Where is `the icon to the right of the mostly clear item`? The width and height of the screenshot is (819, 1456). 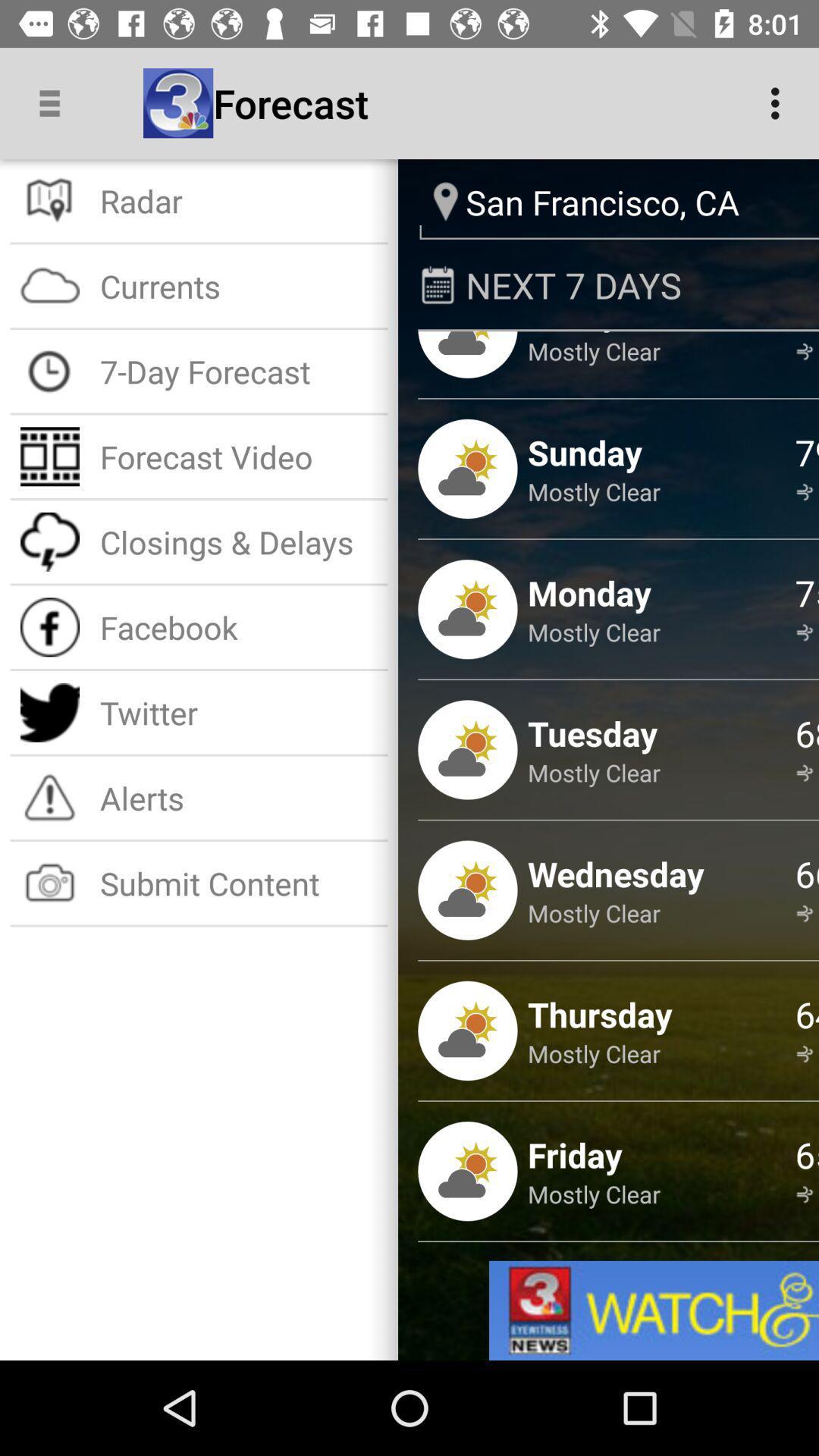 the icon to the right of the mostly clear item is located at coordinates (806, 733).